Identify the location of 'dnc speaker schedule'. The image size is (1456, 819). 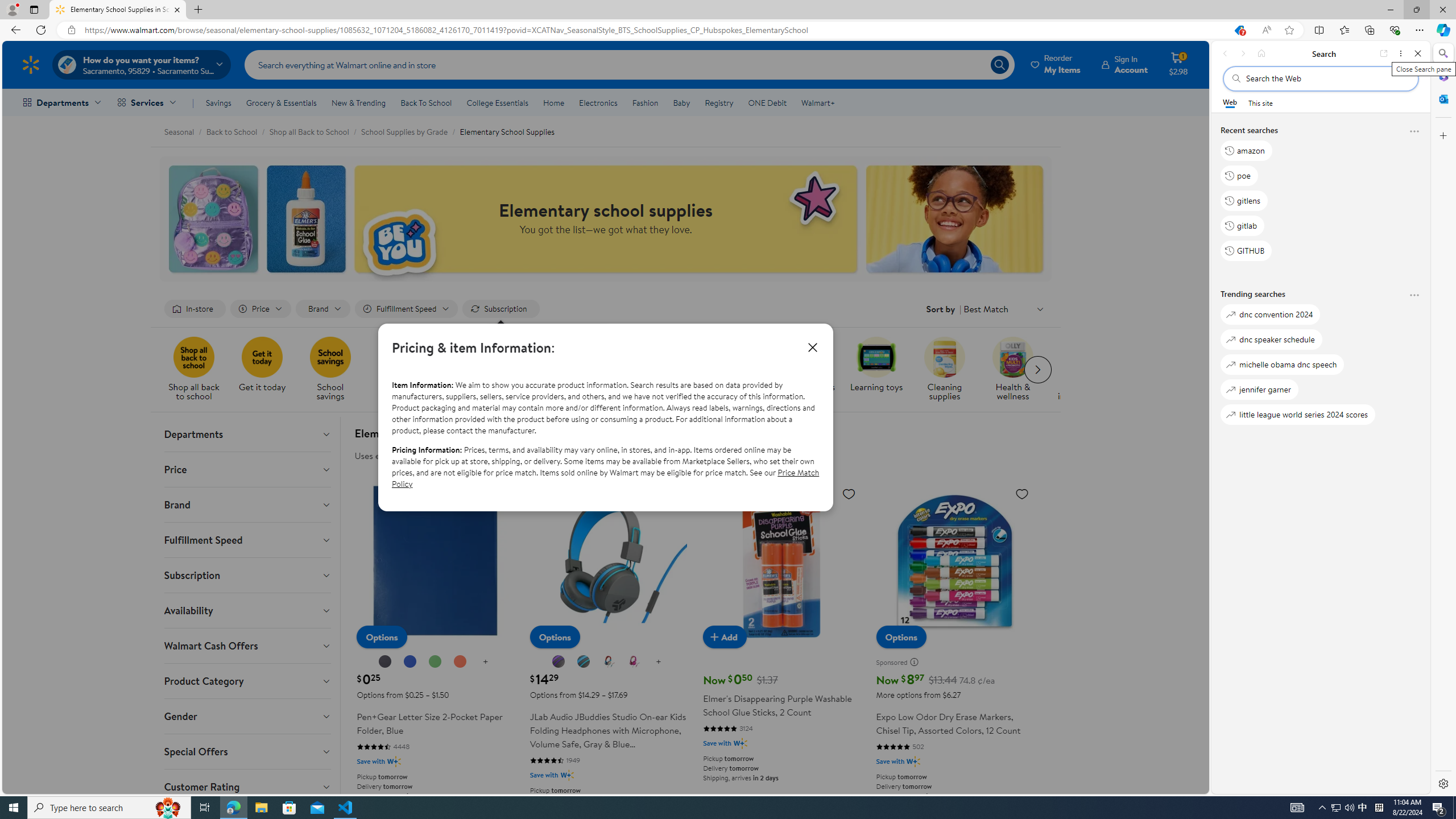
(1270, 338).